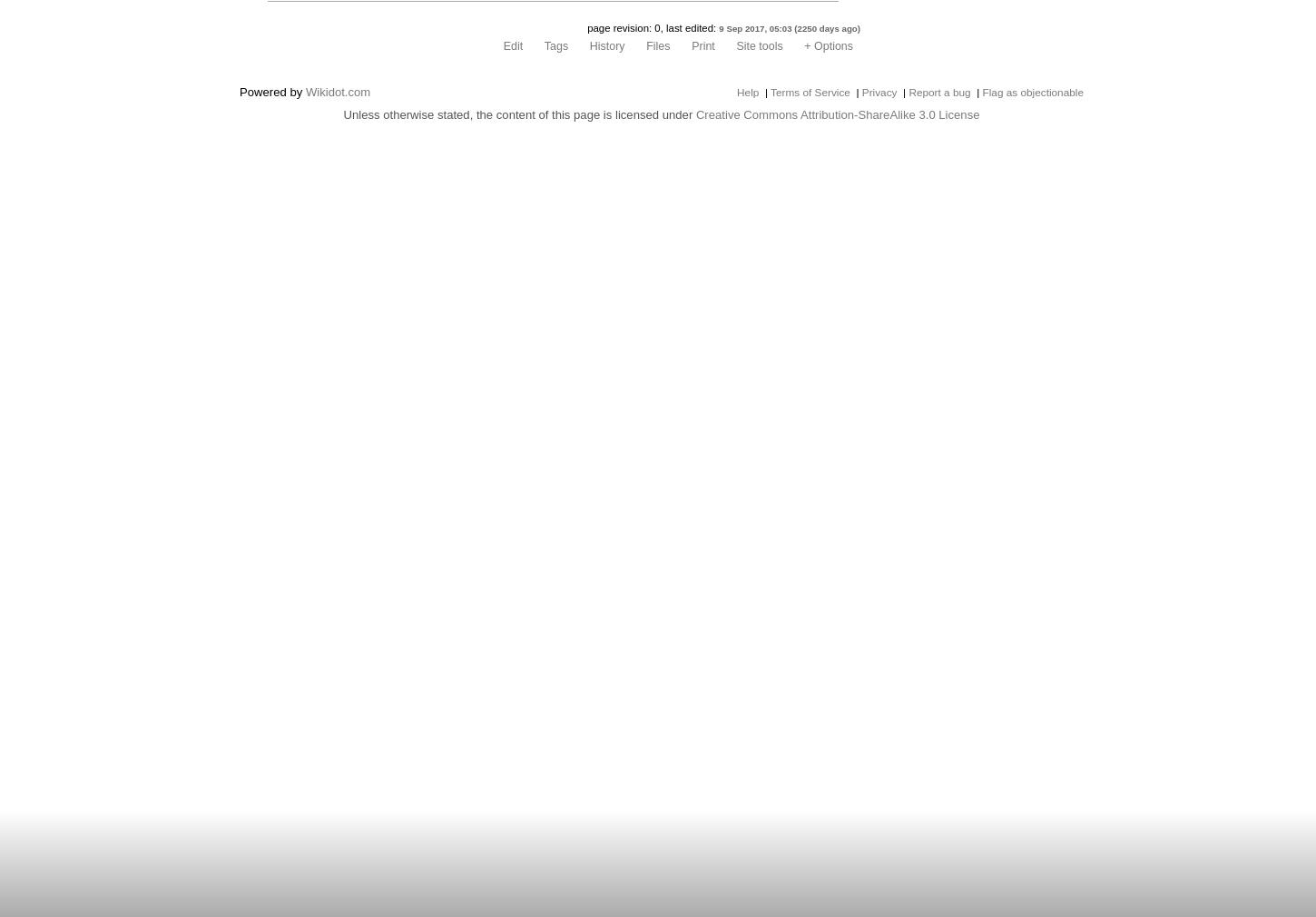 The height and width of the screenshot is (917, 1316). I want to click on '9 Sep 2017, 05:03 (2250 days ago)', so click(789, 27).